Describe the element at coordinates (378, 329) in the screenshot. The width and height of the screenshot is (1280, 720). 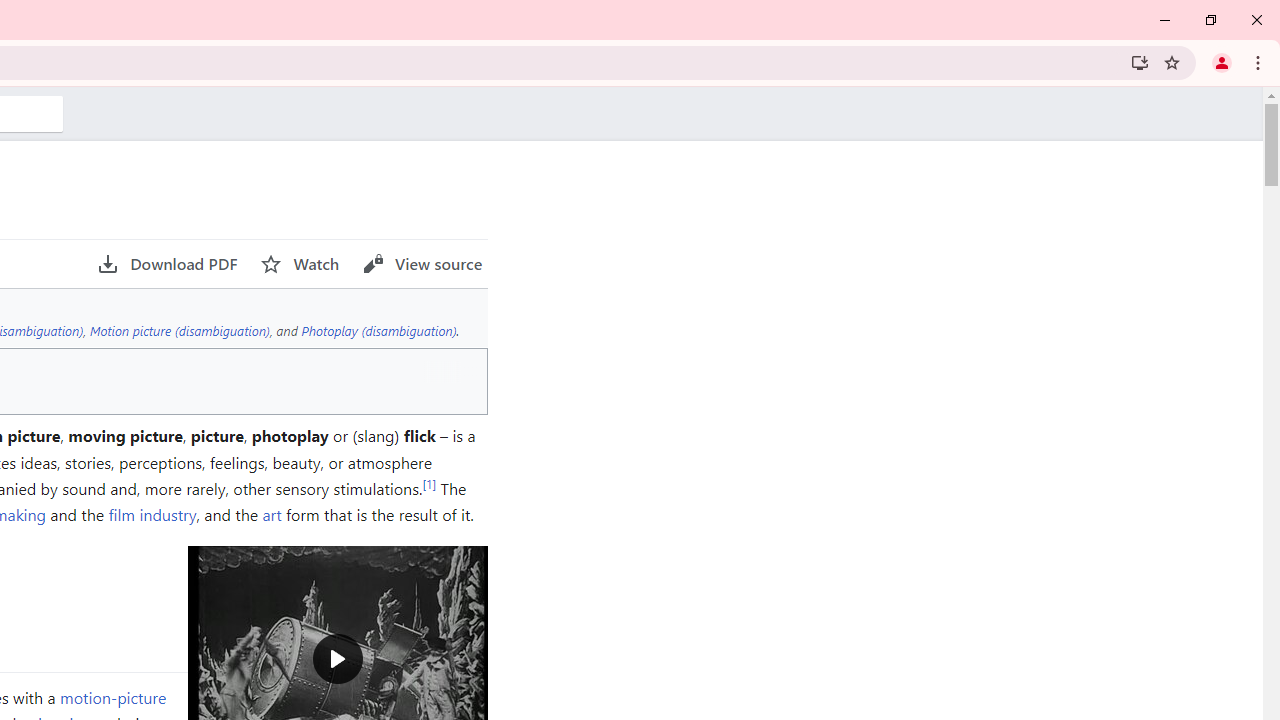
I see `'Photoplay (disambiguation)'` at that location.